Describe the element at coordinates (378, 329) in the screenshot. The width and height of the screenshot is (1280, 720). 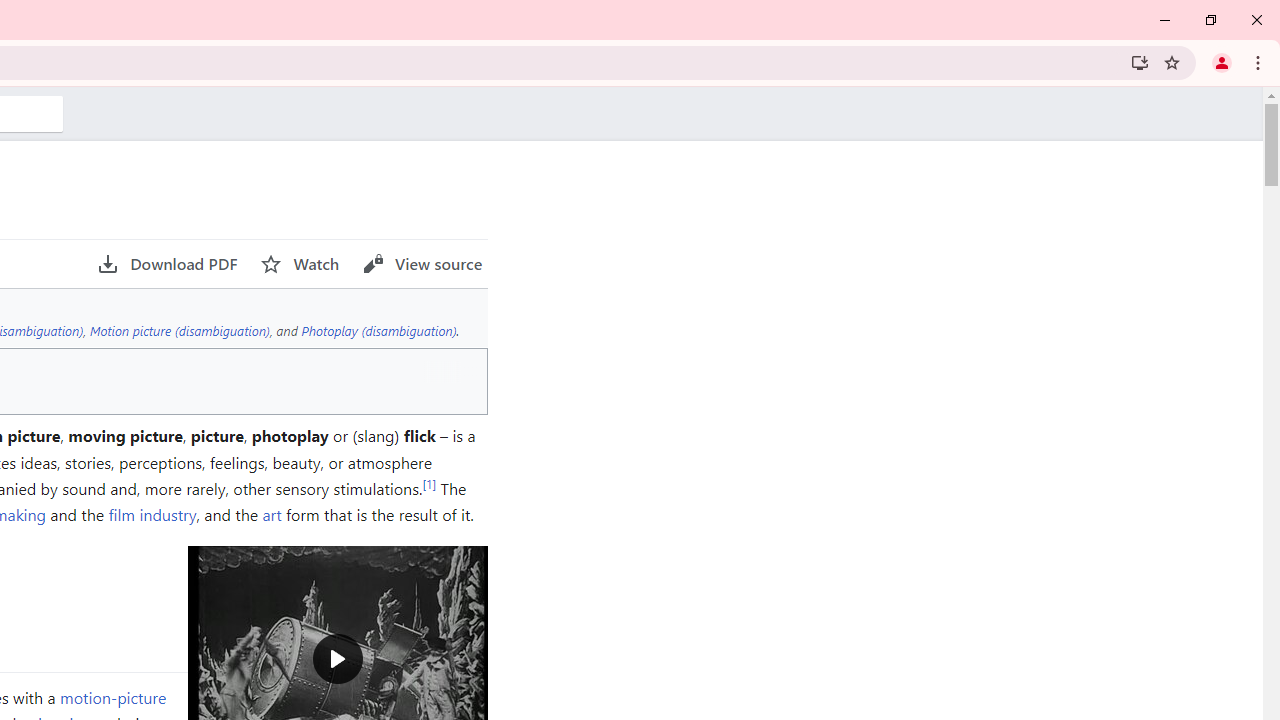
I see `'Photoplay (disambiguation)'` at that location.